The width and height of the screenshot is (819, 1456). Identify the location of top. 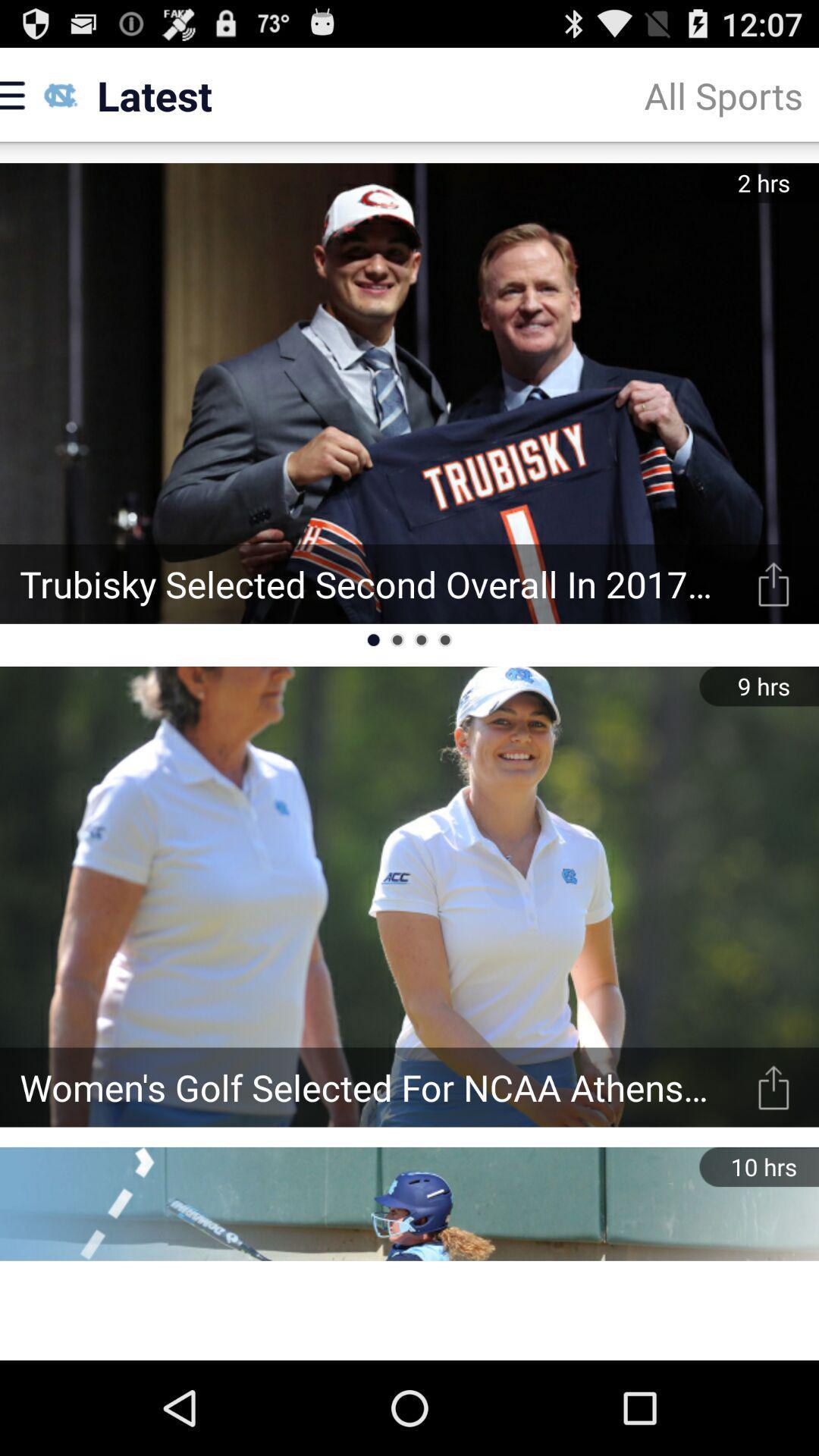
(773, 1087).